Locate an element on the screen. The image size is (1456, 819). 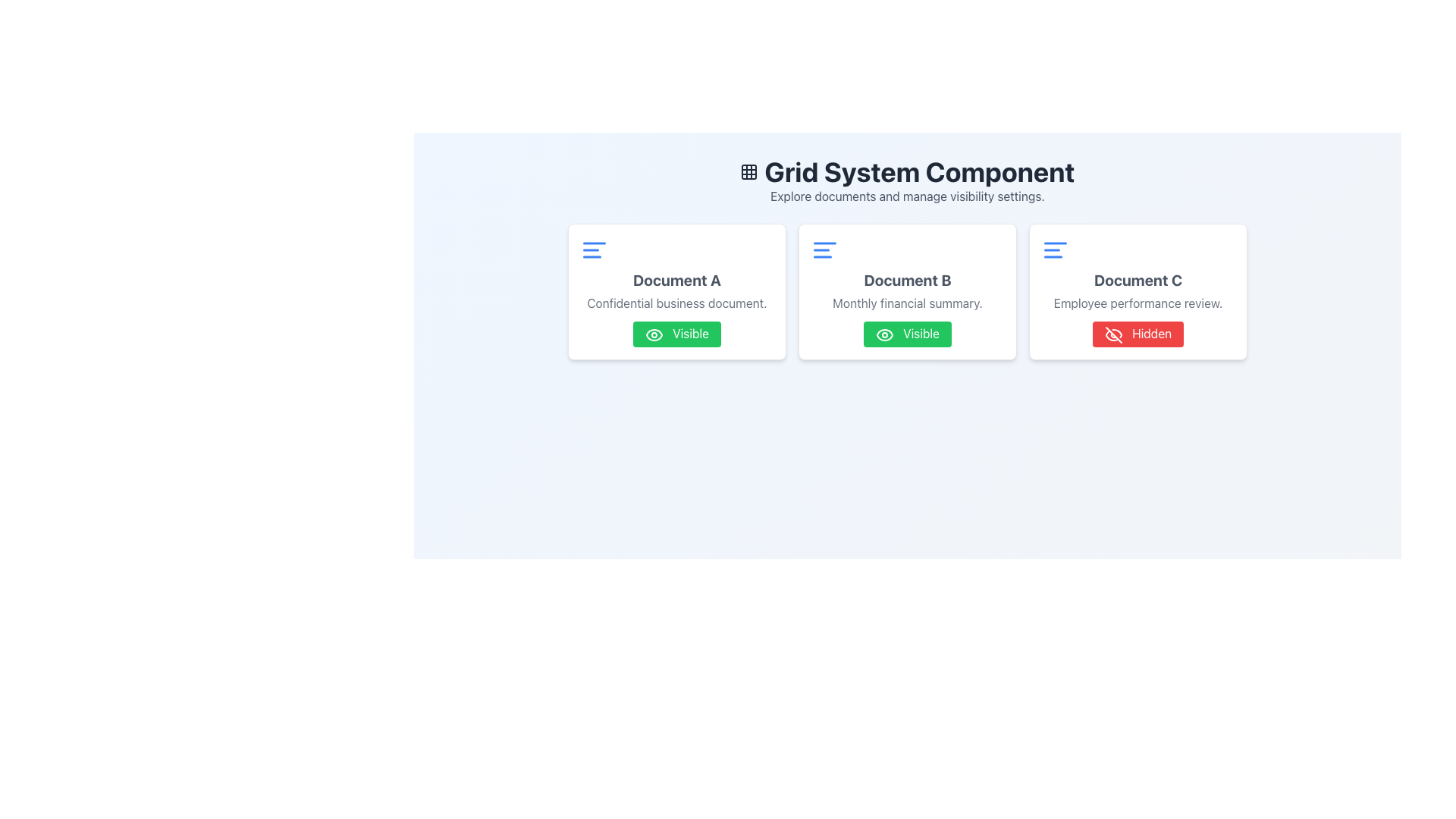
the 'Hidden' icon resembling a crossed-out eye located in the rightmost card titled 'Document C' with the subtitle 'Employee performance review' is located at coordinates (1113, 334).